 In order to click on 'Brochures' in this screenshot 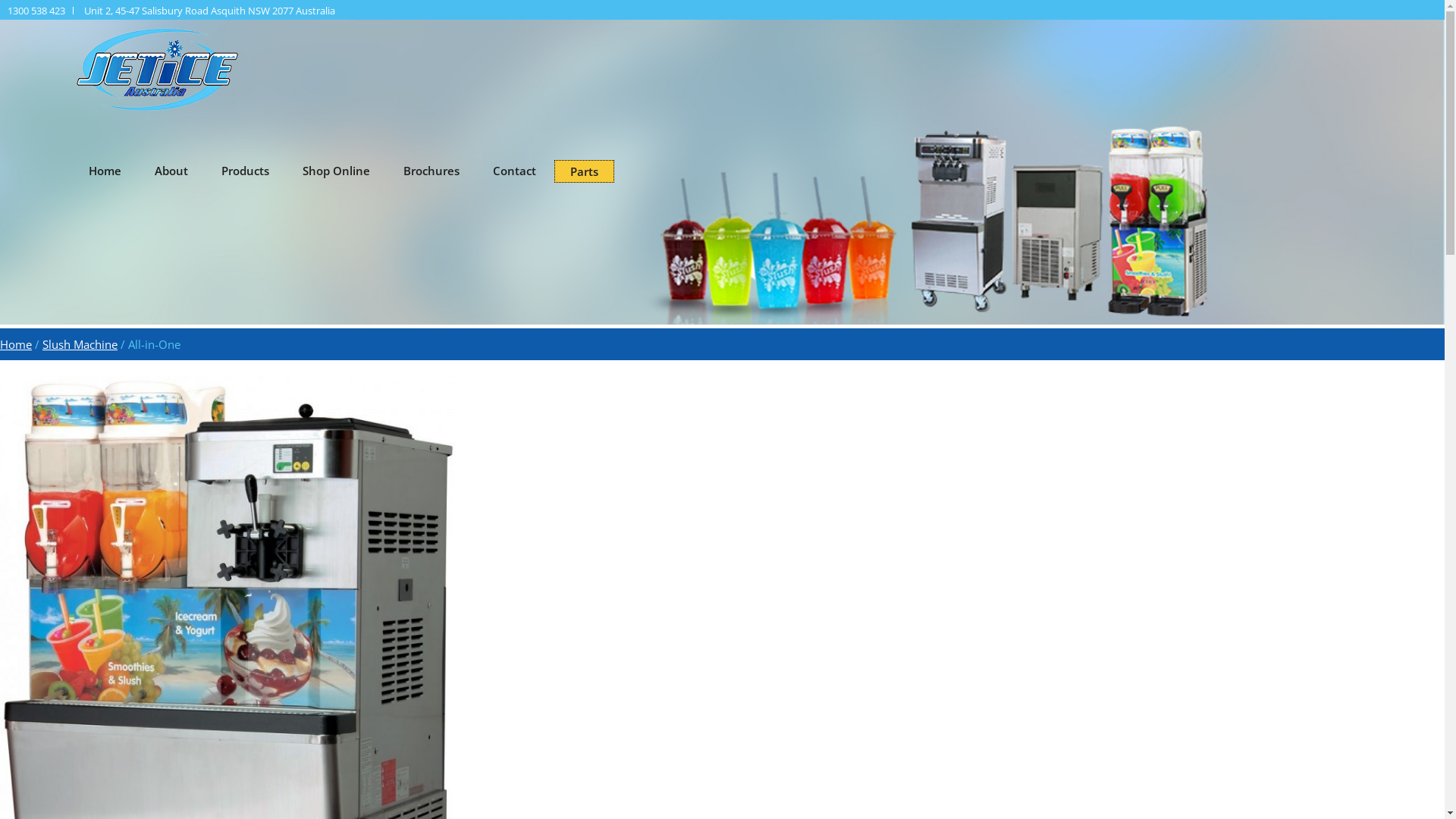, I will do `click(431, 170)`.